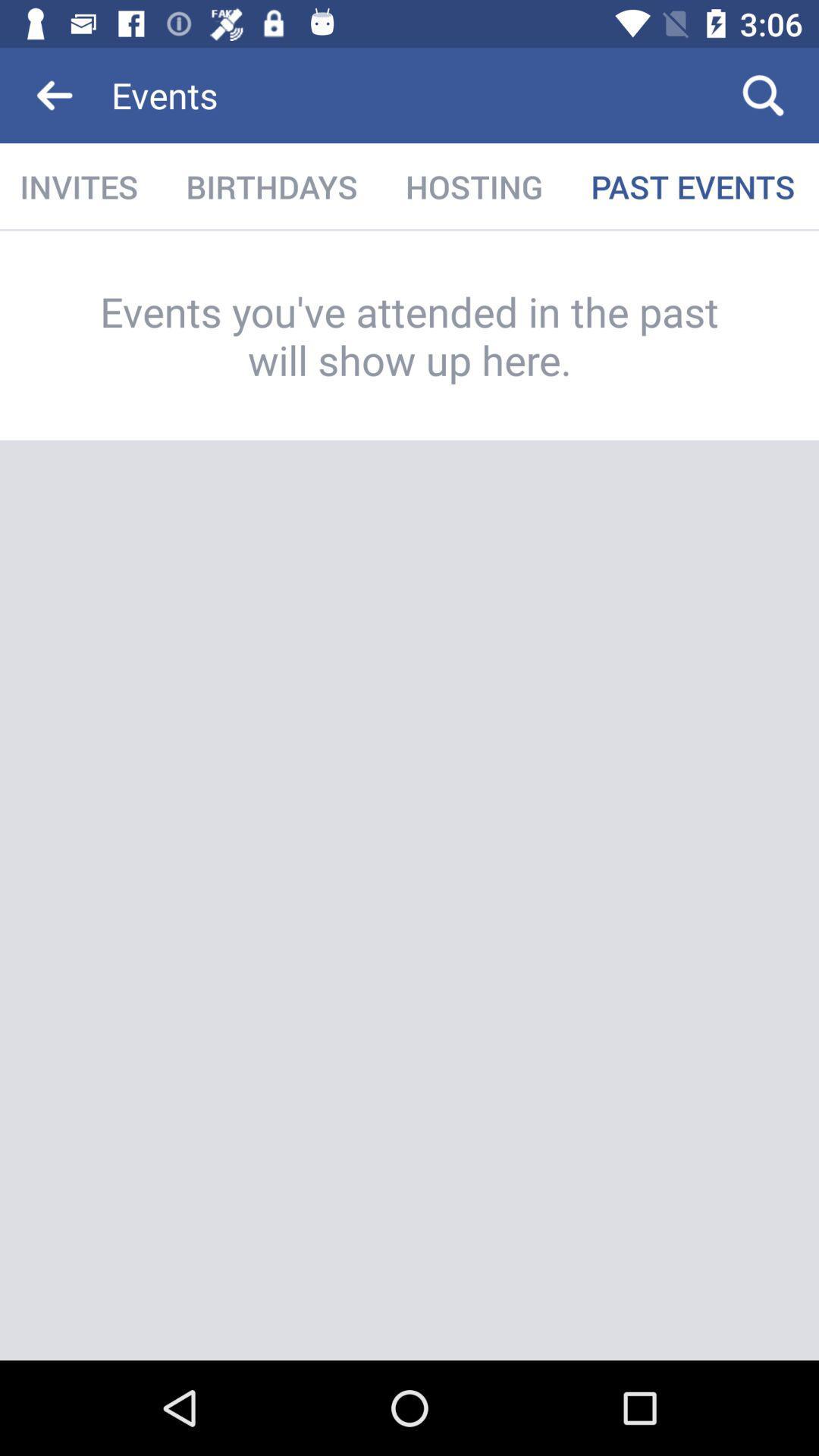 The height and width of the screenshot is (1456, 819). What do you see at coordinates (473, 186) in the screenshot?
I see `item above events you ve item` at bounding box center [473, 186].